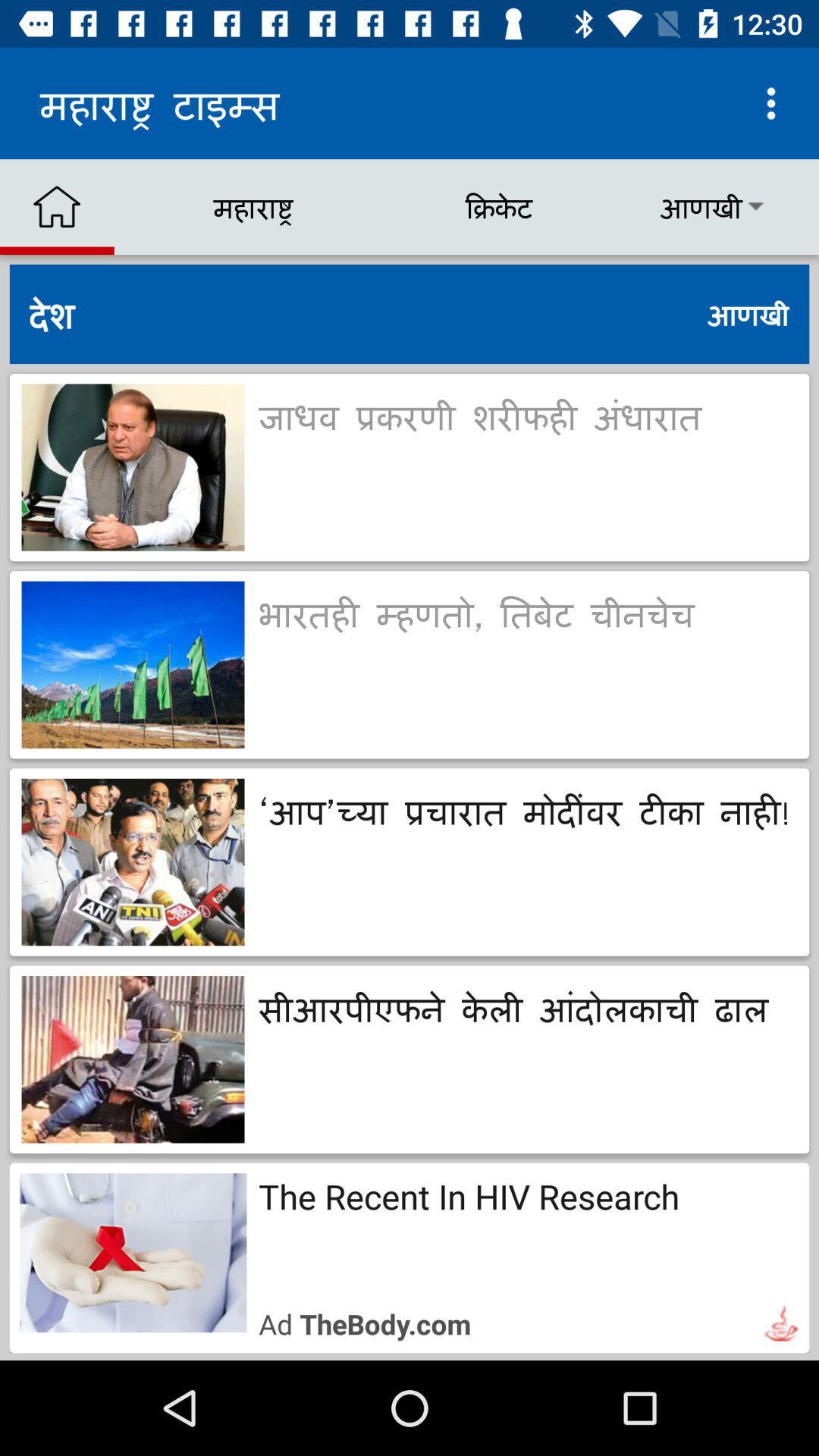  I want to click on the home icon at top of the page, so click(56, 206).